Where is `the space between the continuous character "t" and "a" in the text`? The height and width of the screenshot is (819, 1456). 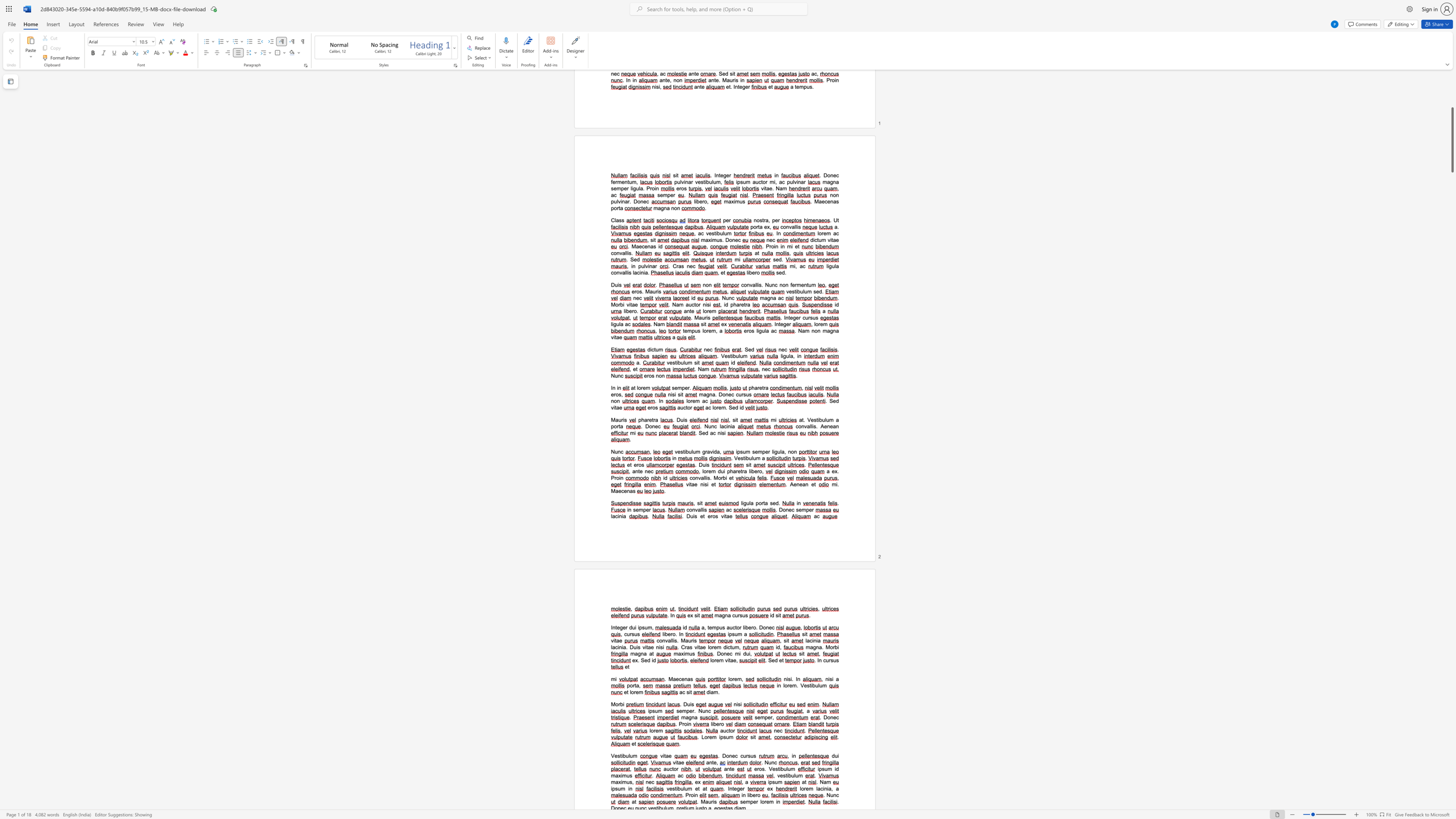
the space between the continuous character "t" and "a" in the text is located at coordinates (691, 484).